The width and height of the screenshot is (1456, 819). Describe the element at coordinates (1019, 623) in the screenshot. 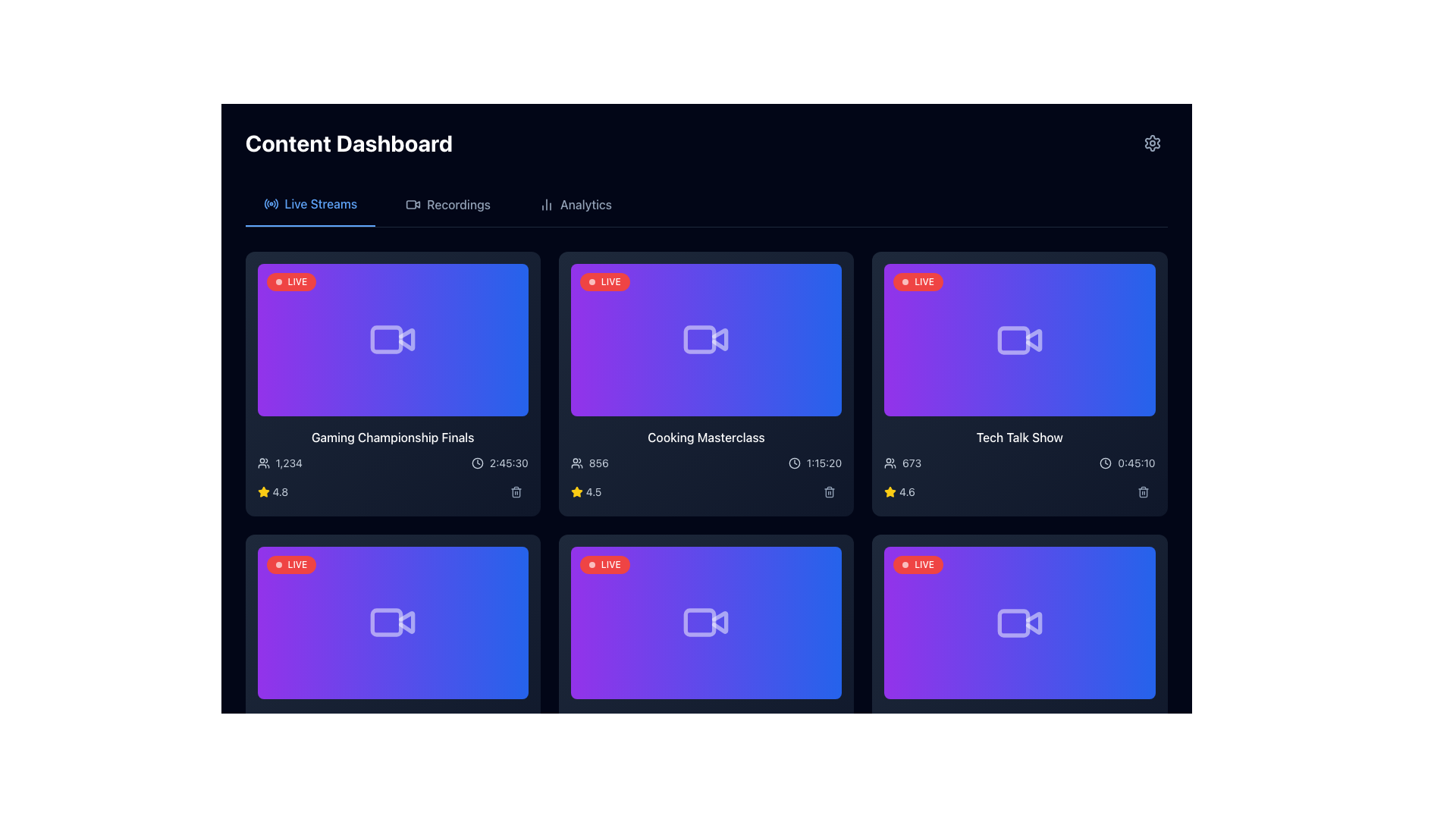

I see `the video content icon located in the bottom-right corner of the 'LIVE' section, which signifies recording for the 'Tech Talk Show'` at that location.